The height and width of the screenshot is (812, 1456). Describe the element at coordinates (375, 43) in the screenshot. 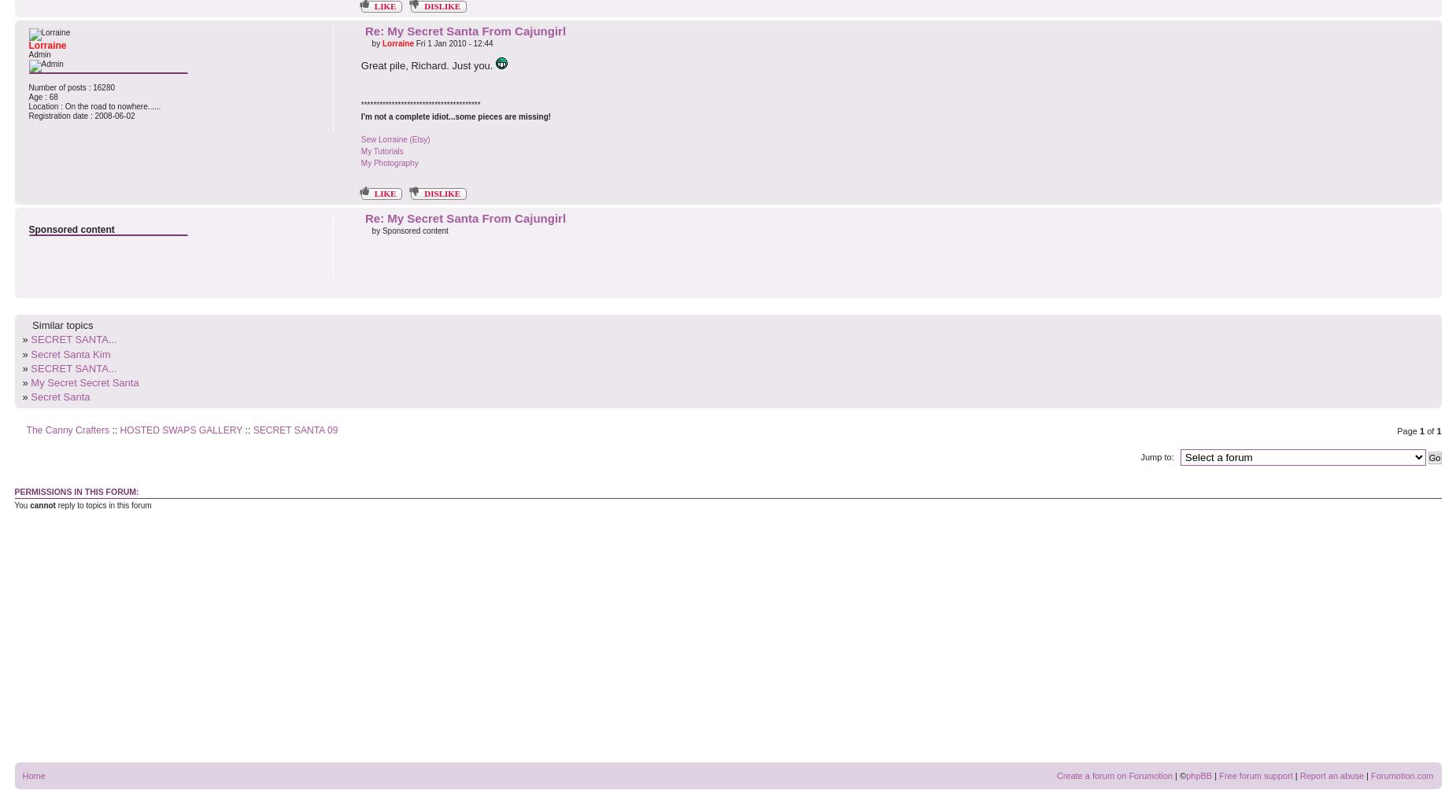

I see `'by'` at that location.